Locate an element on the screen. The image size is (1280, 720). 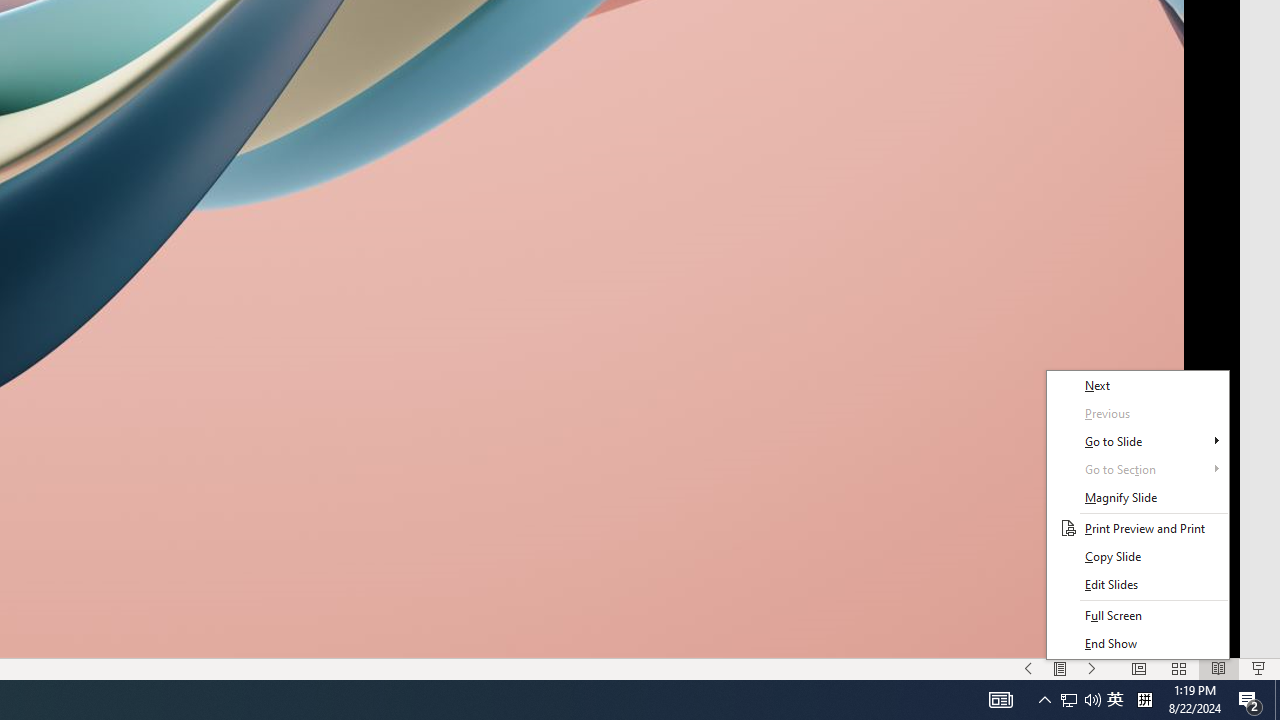
'Full Screen' is located at coordinates (1137, 614).